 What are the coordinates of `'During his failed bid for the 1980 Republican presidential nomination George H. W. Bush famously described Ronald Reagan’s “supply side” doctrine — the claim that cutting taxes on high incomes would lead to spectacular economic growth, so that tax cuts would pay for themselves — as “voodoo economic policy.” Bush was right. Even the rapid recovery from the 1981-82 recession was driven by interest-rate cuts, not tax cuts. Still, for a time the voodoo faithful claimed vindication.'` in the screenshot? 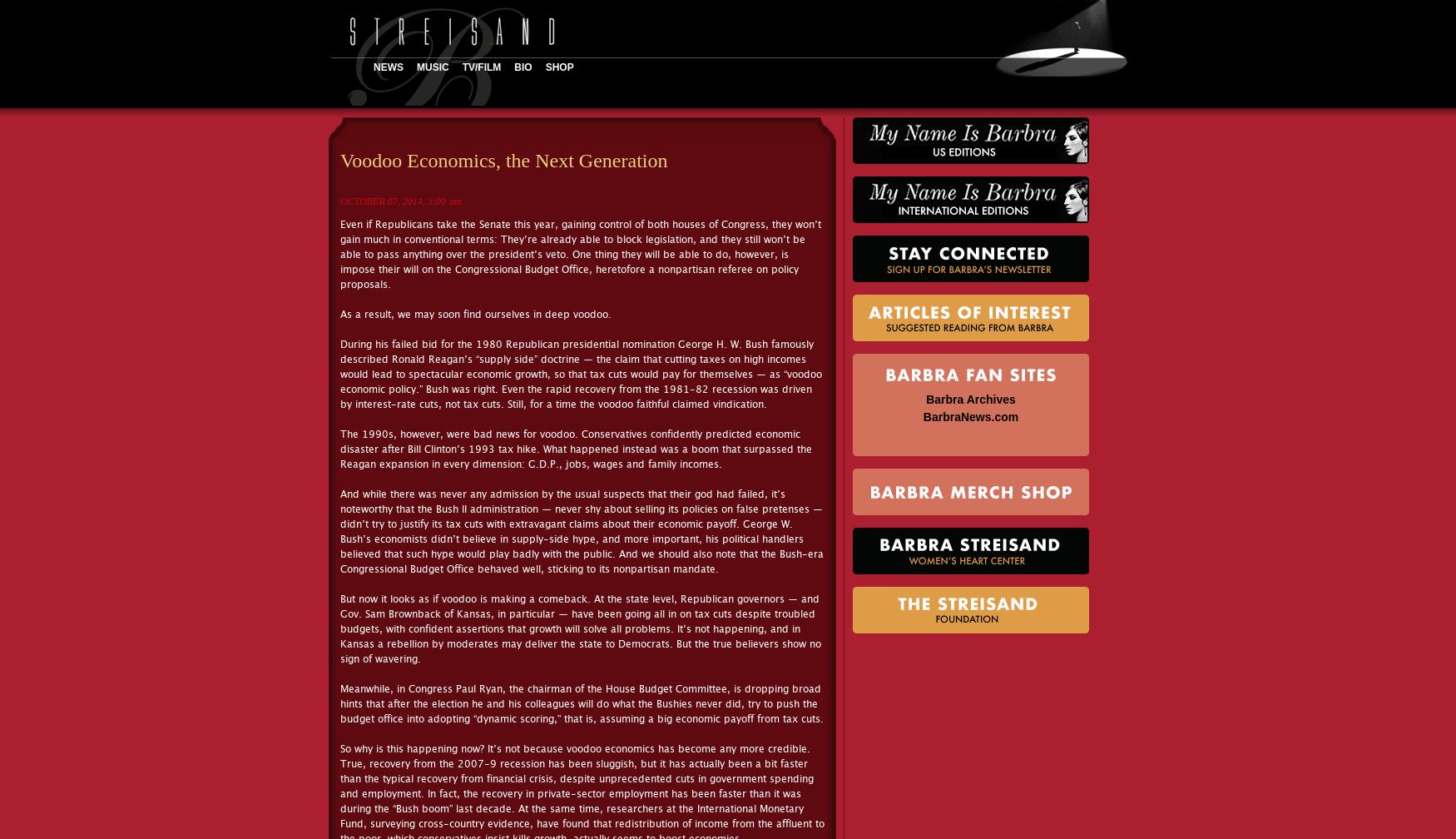 It's located at (581, 374).